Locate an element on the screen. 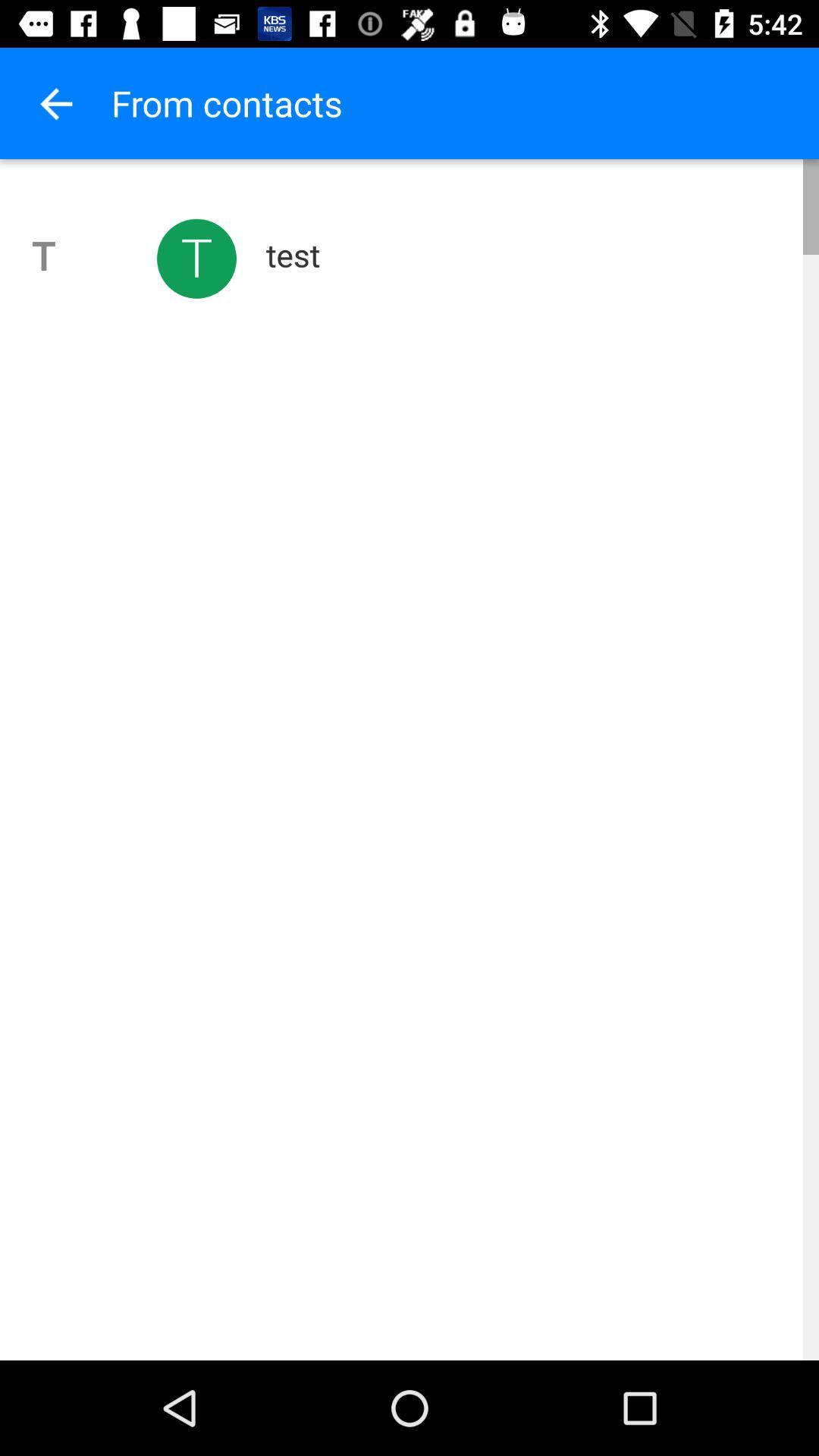 Image resolution: width=819 pixels, height=1456 pixels. the item to the left of the from contacts is located at coordinates (55, 102).